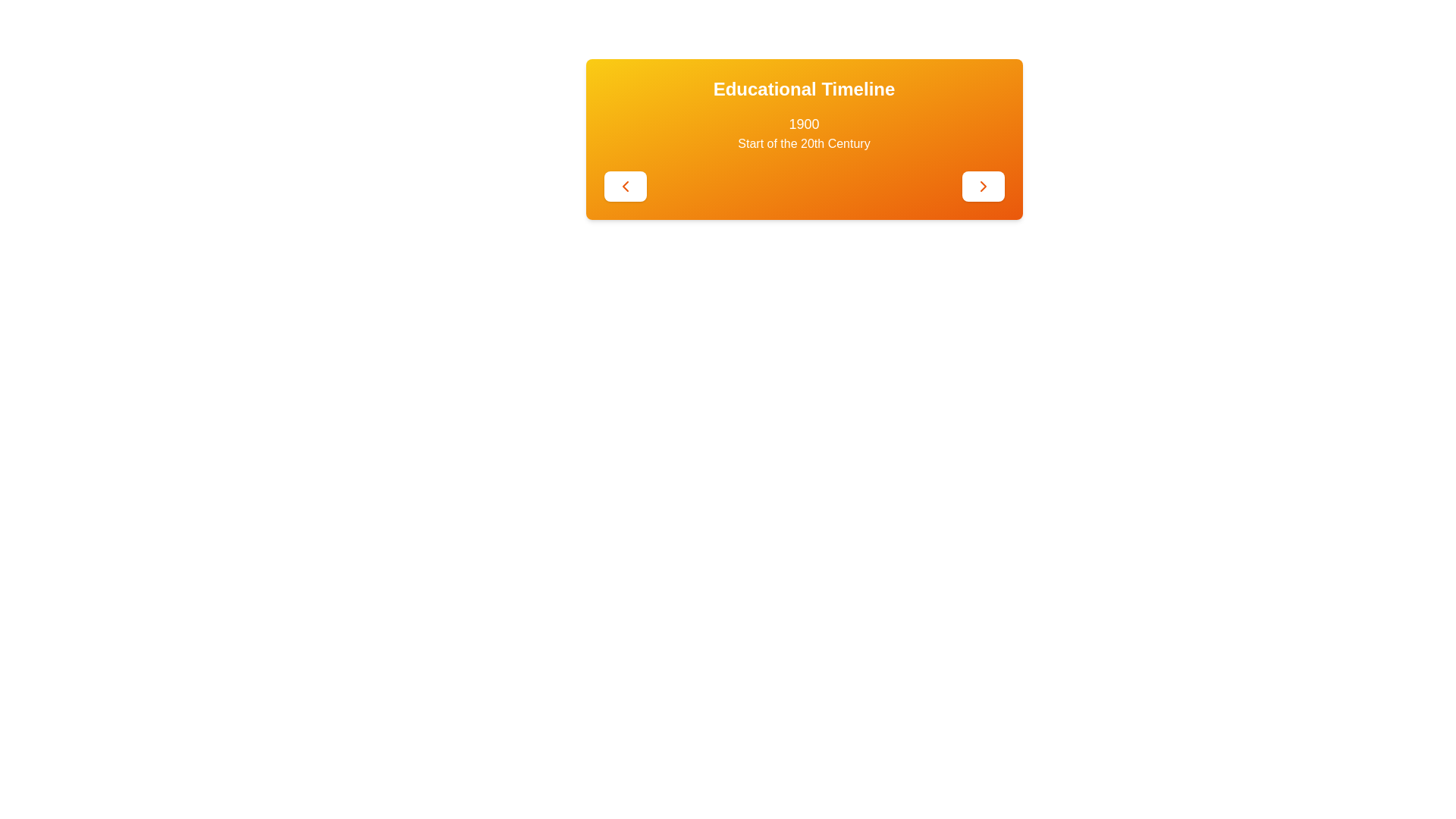  I want to click on the left navigation button, which is positioned at the far left of a horizontal row, so click(625, 186).